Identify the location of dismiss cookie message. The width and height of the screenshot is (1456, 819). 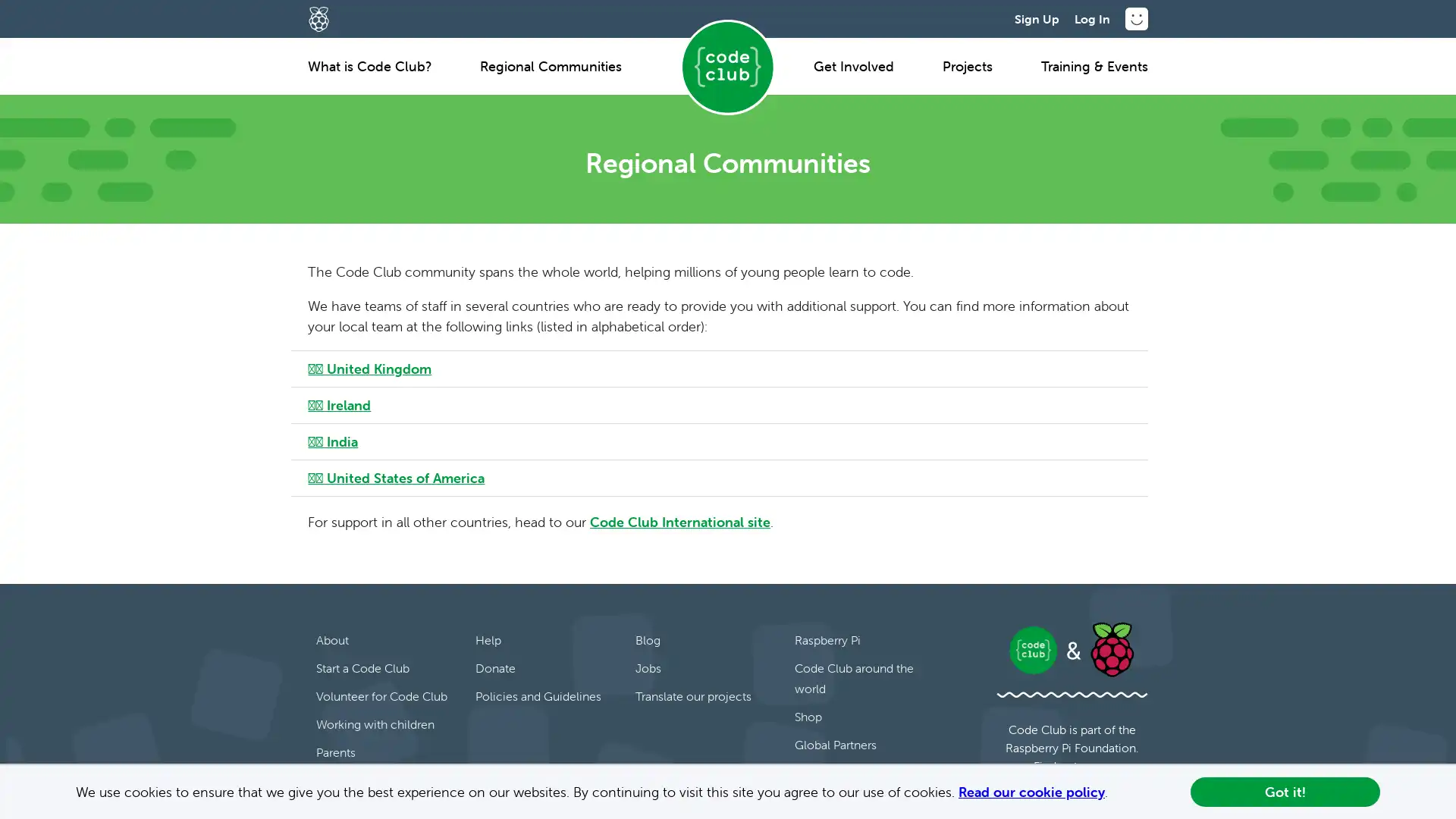
(1284, 791).